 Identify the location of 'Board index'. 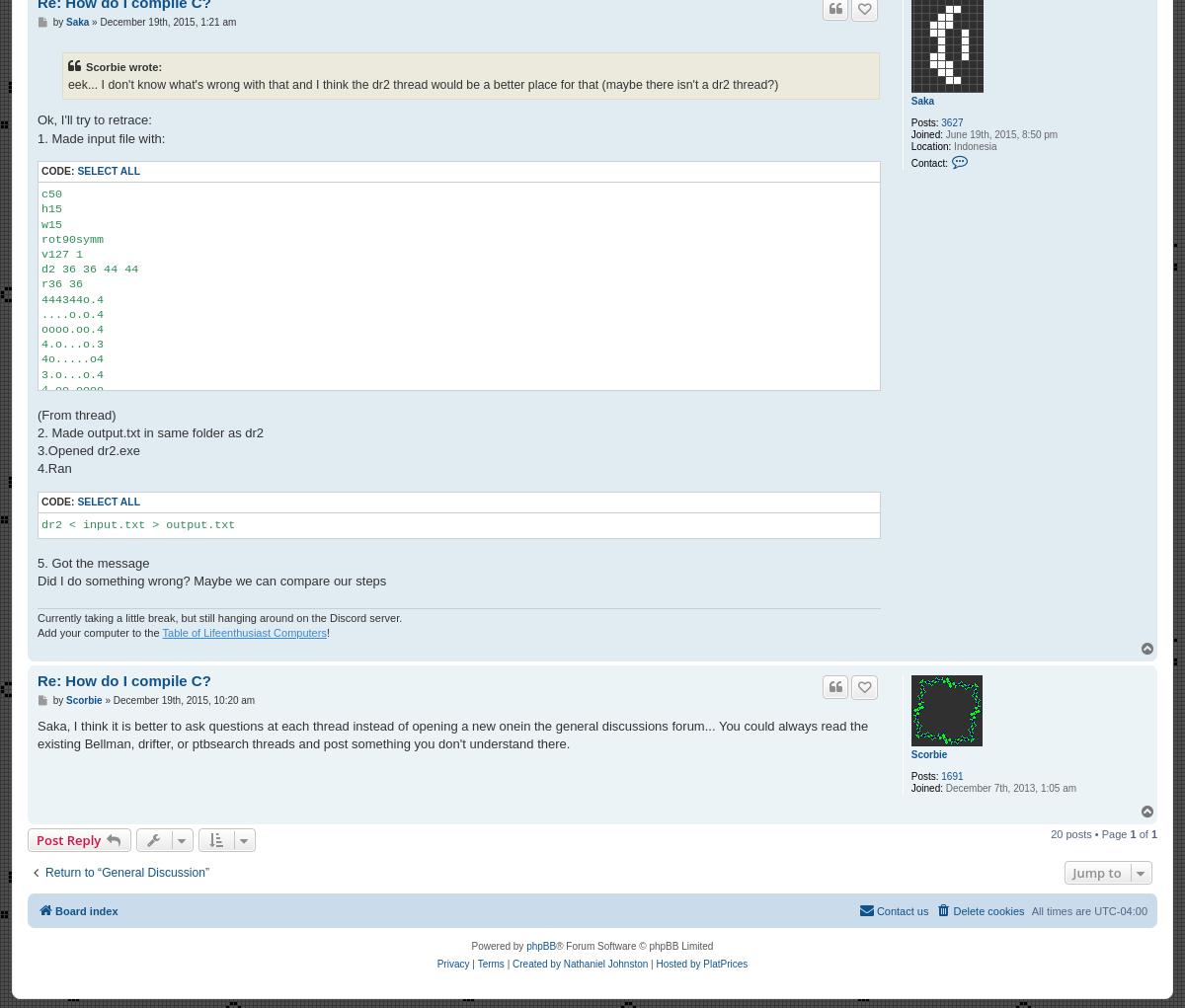
(55, 910).